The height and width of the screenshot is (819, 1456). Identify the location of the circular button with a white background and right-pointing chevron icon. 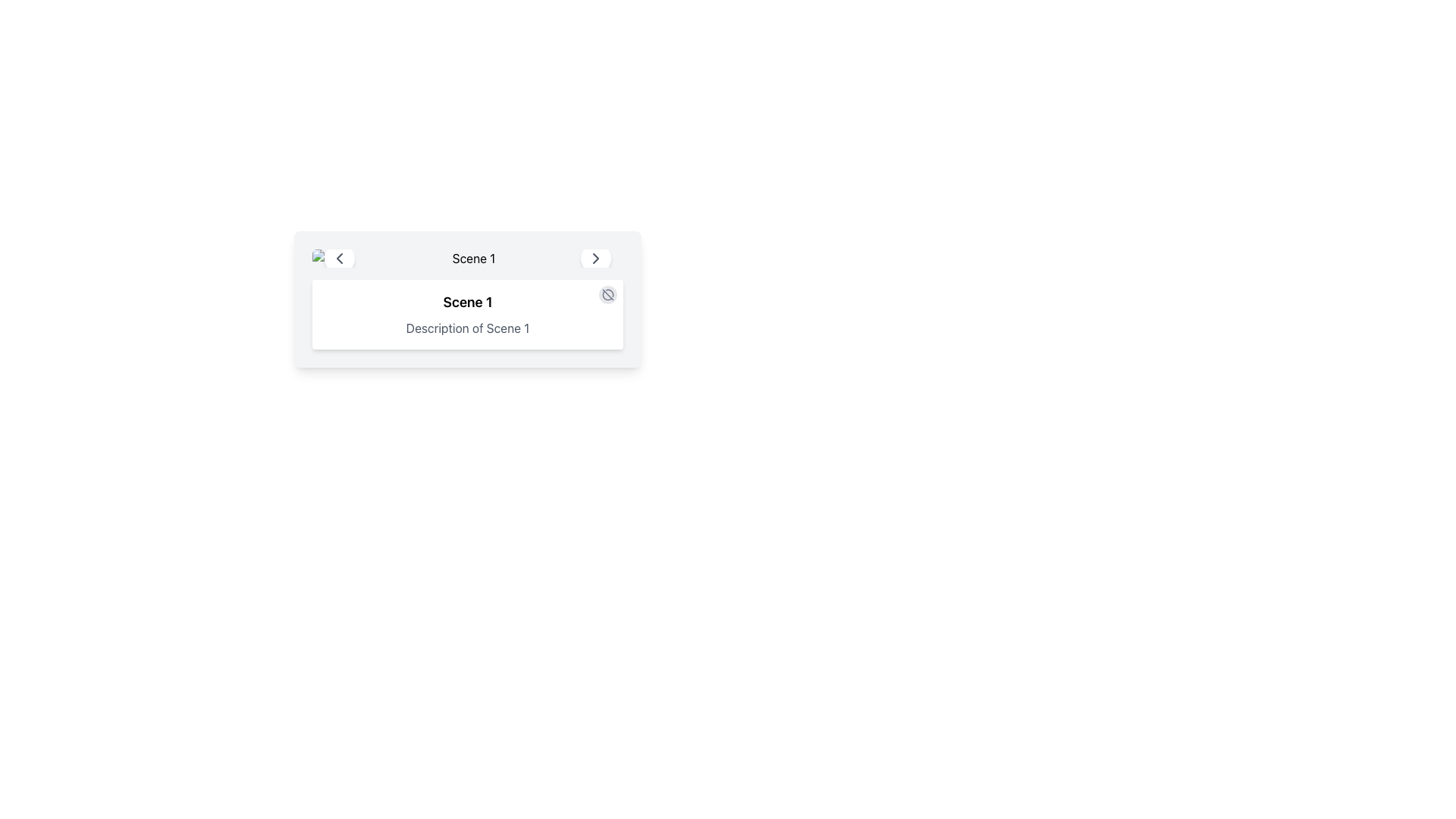
(595, 257).